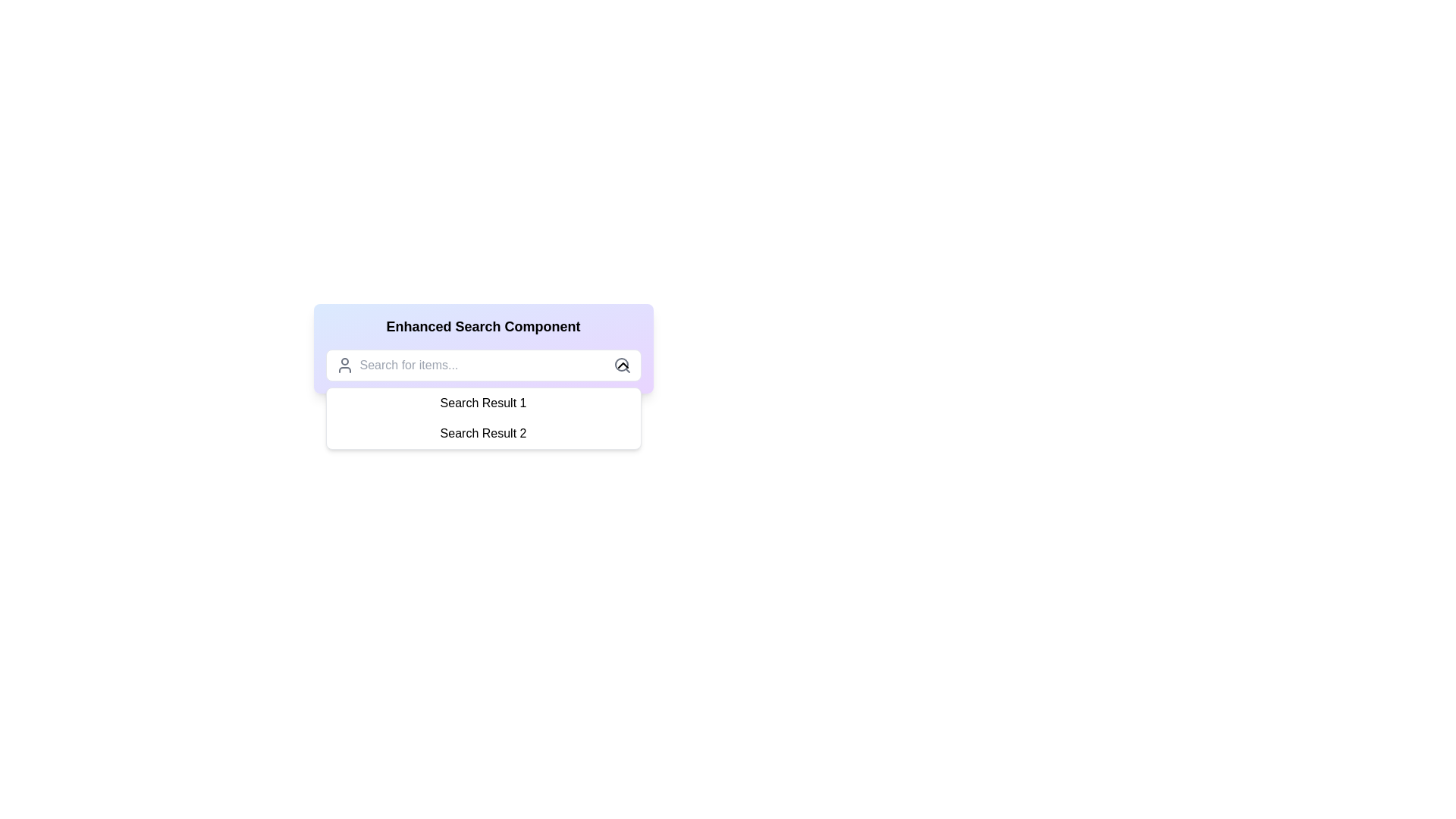 The height and width of the screenshot is (819, 1456). I want to click on the Search Bar Component, which has a gradient background and contains the text 'Enhanced Search Component', so click(482, 348).